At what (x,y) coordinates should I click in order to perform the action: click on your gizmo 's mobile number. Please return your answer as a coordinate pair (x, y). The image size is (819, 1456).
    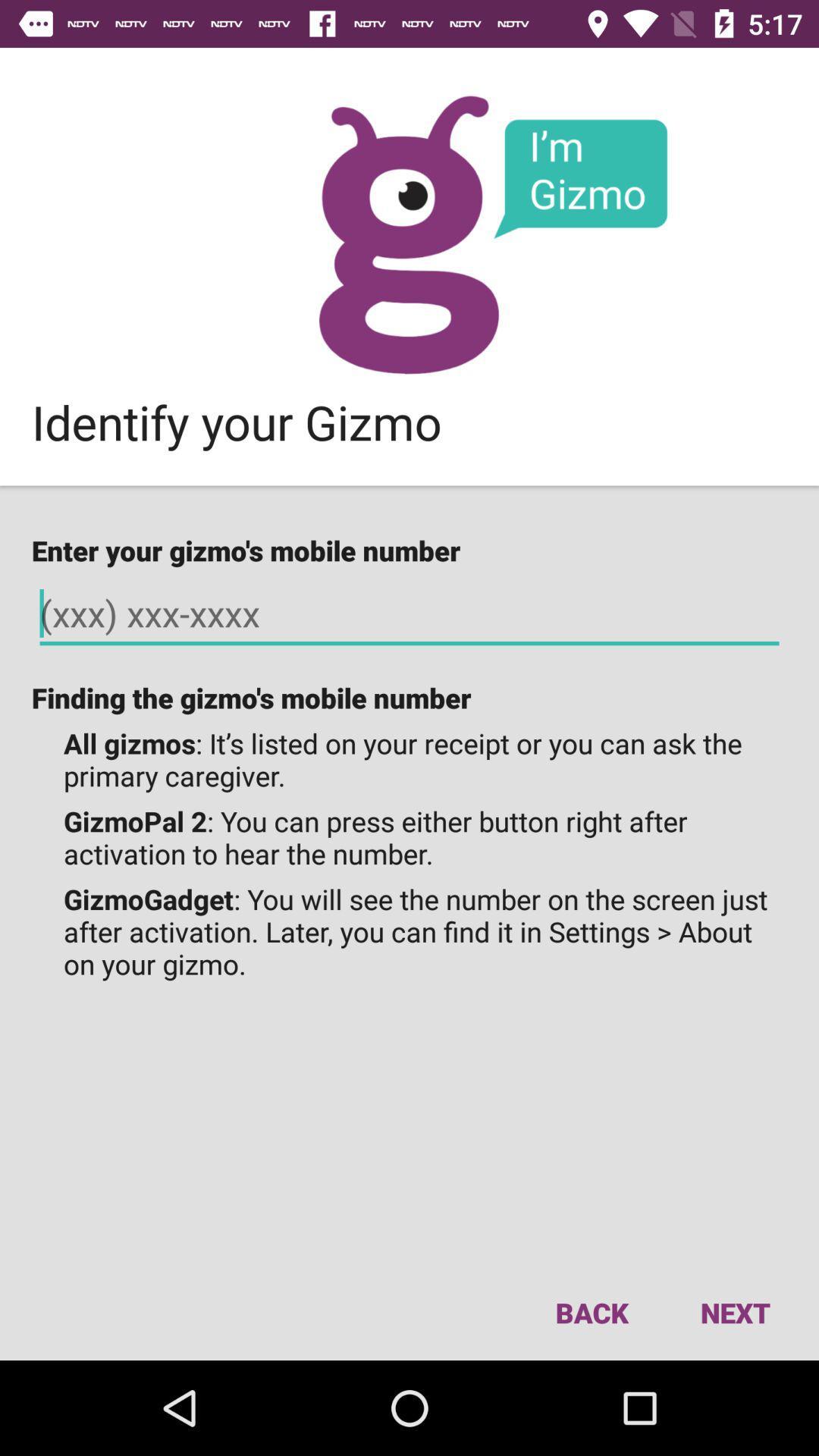
    Looking at the image, I should click on (409, 614).